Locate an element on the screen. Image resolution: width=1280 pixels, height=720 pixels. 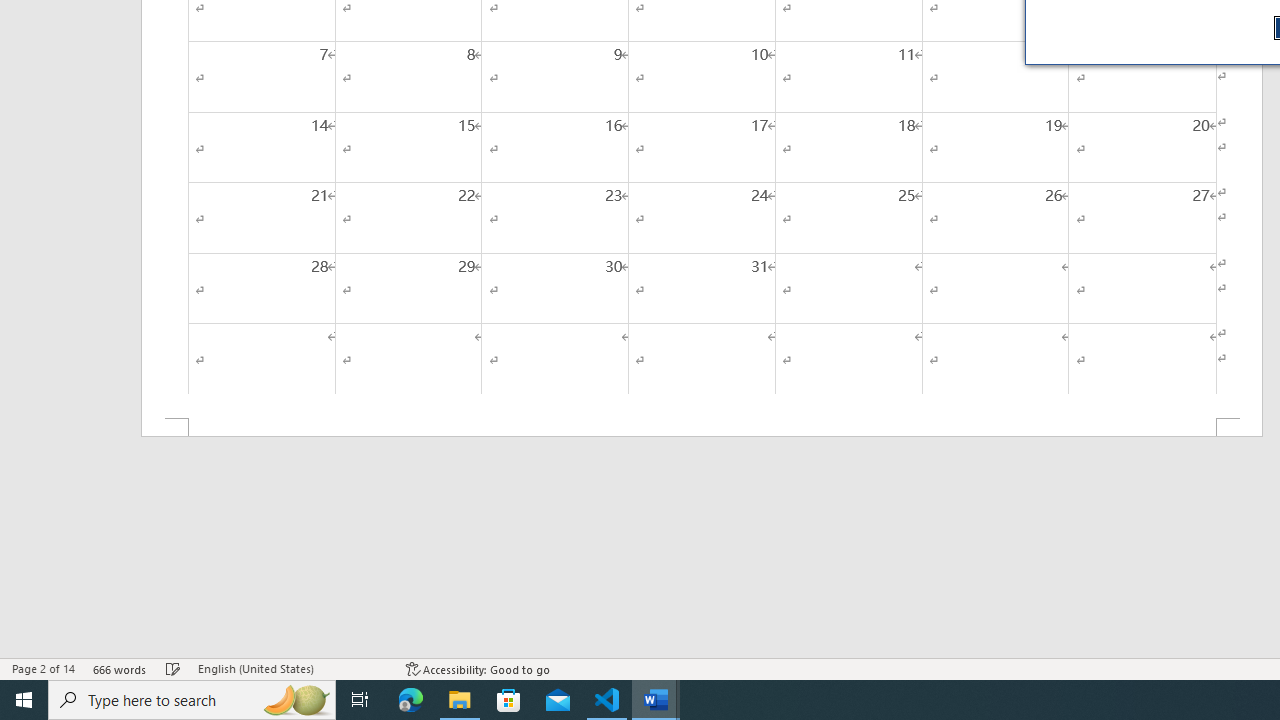
'Microsoft Edge' is located at coordinates (410, 698).